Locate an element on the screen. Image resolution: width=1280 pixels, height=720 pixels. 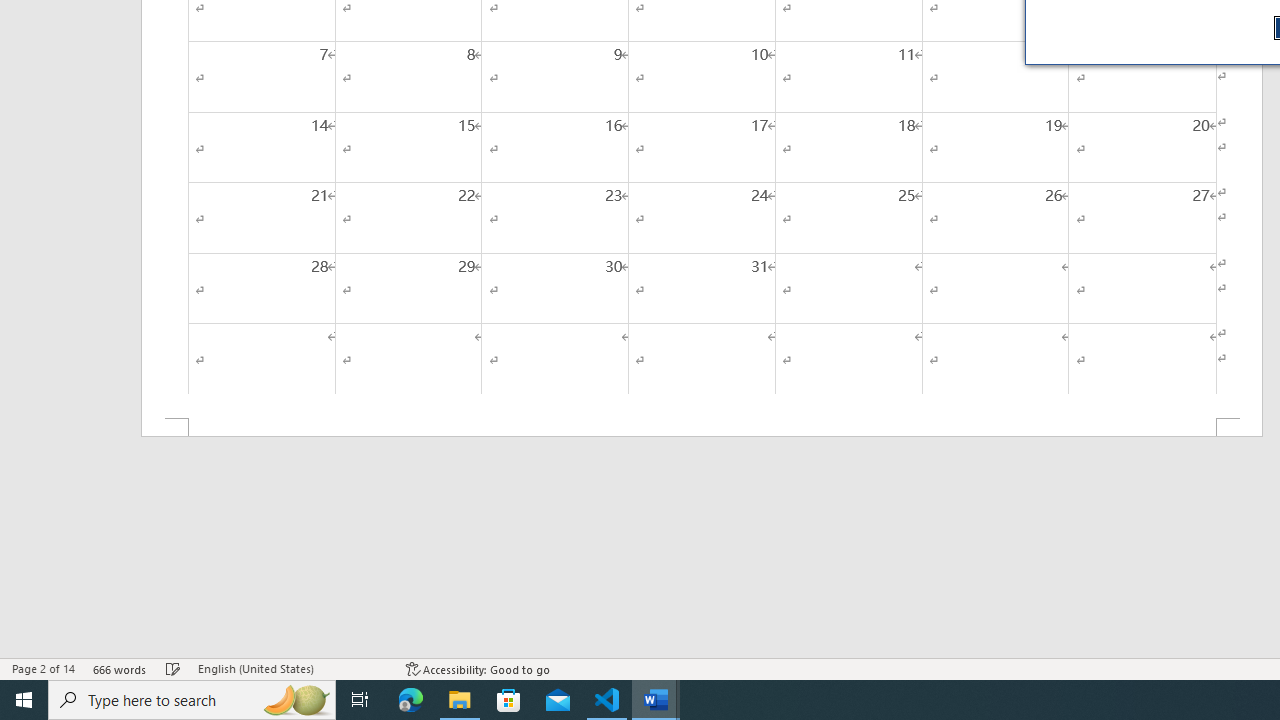
'Microsoft Edge' is located at coordinates (410, 698).